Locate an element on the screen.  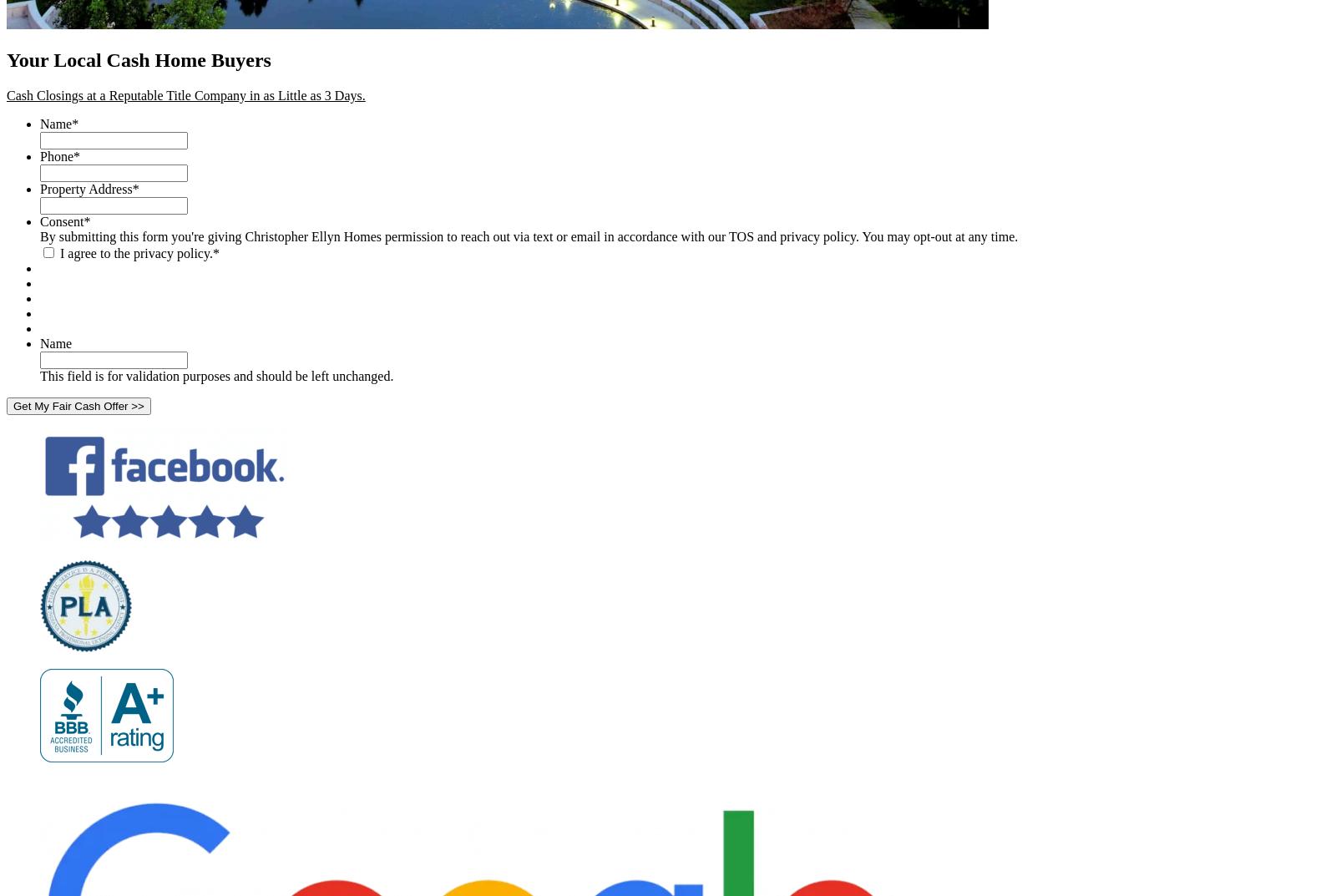
'Property Address' is located at coordinates (85, 188).